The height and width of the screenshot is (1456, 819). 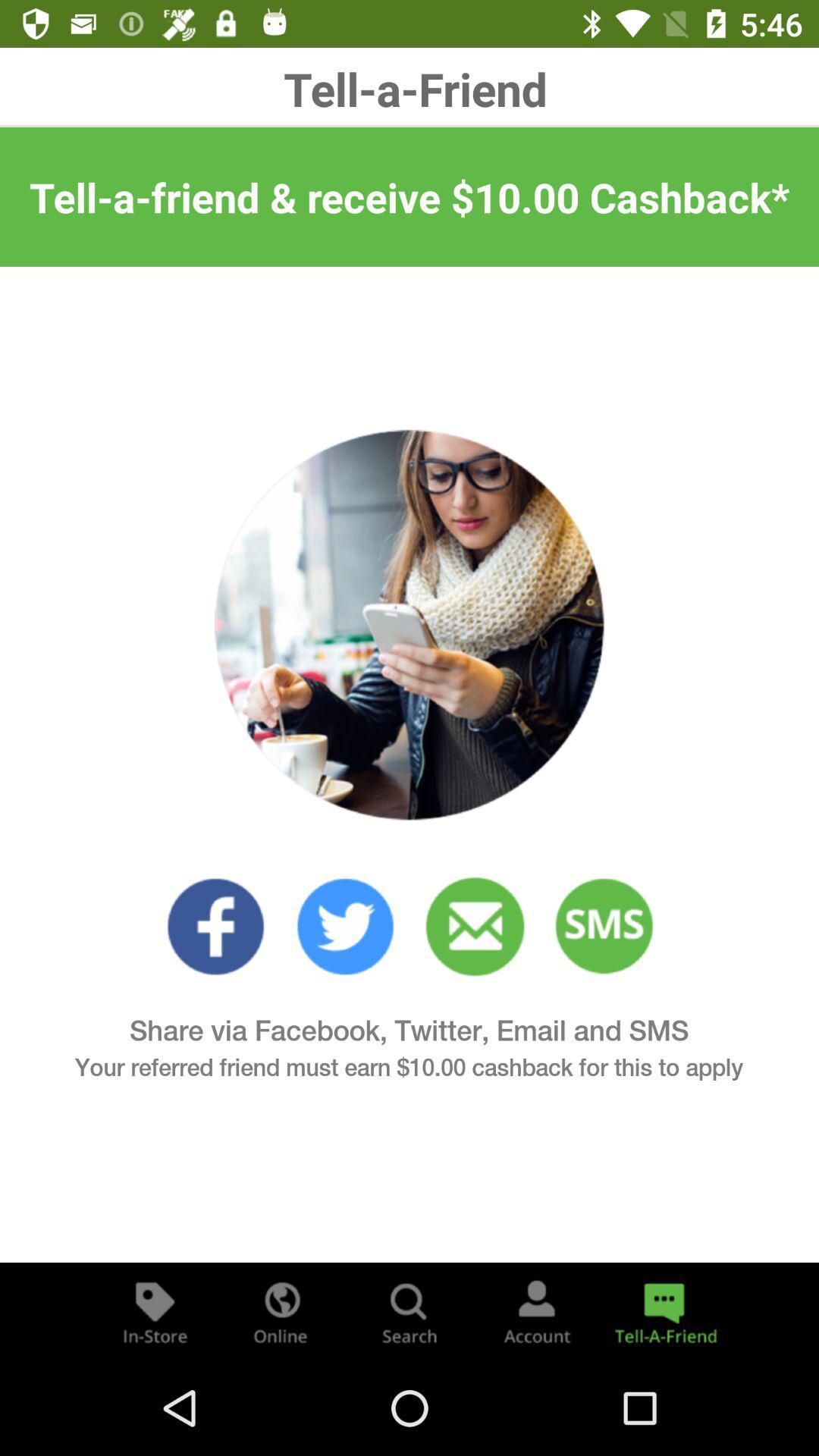 What do you see at coordinates (536, 1310) in the screenshot?
I see `click account` at bounding box center [536, 1310].